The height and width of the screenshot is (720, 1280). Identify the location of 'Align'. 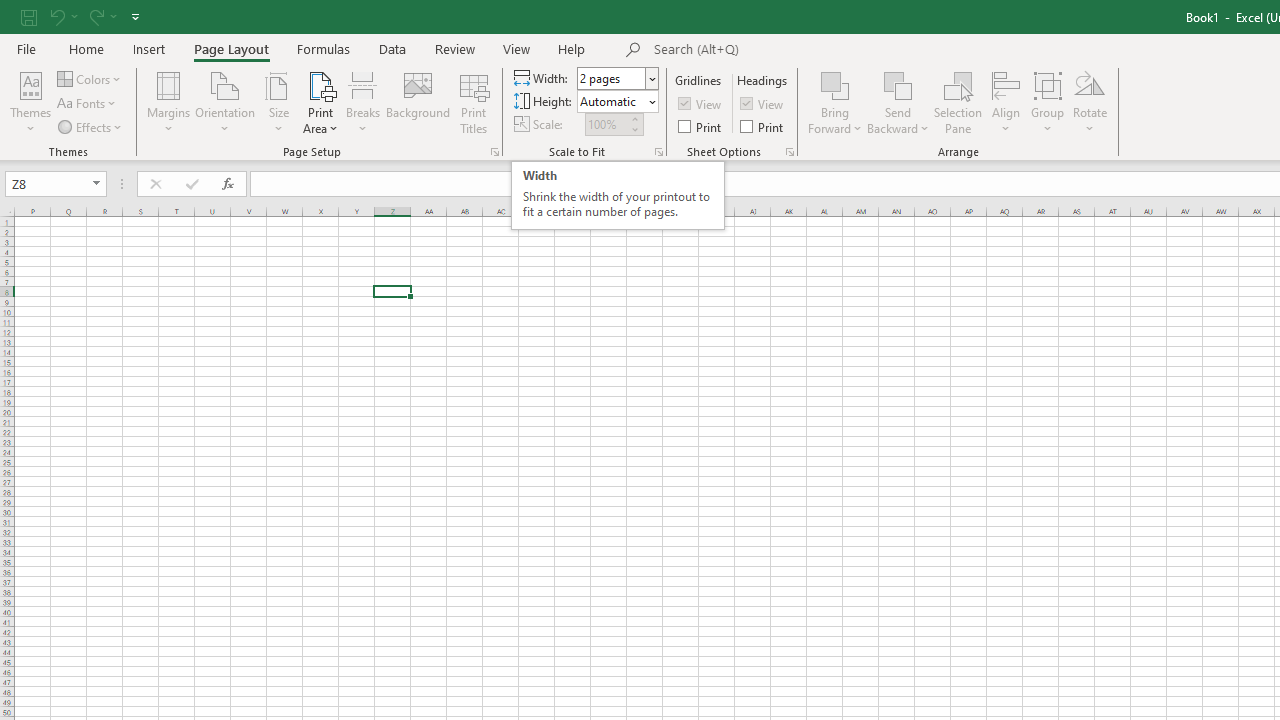
(1006, 103).